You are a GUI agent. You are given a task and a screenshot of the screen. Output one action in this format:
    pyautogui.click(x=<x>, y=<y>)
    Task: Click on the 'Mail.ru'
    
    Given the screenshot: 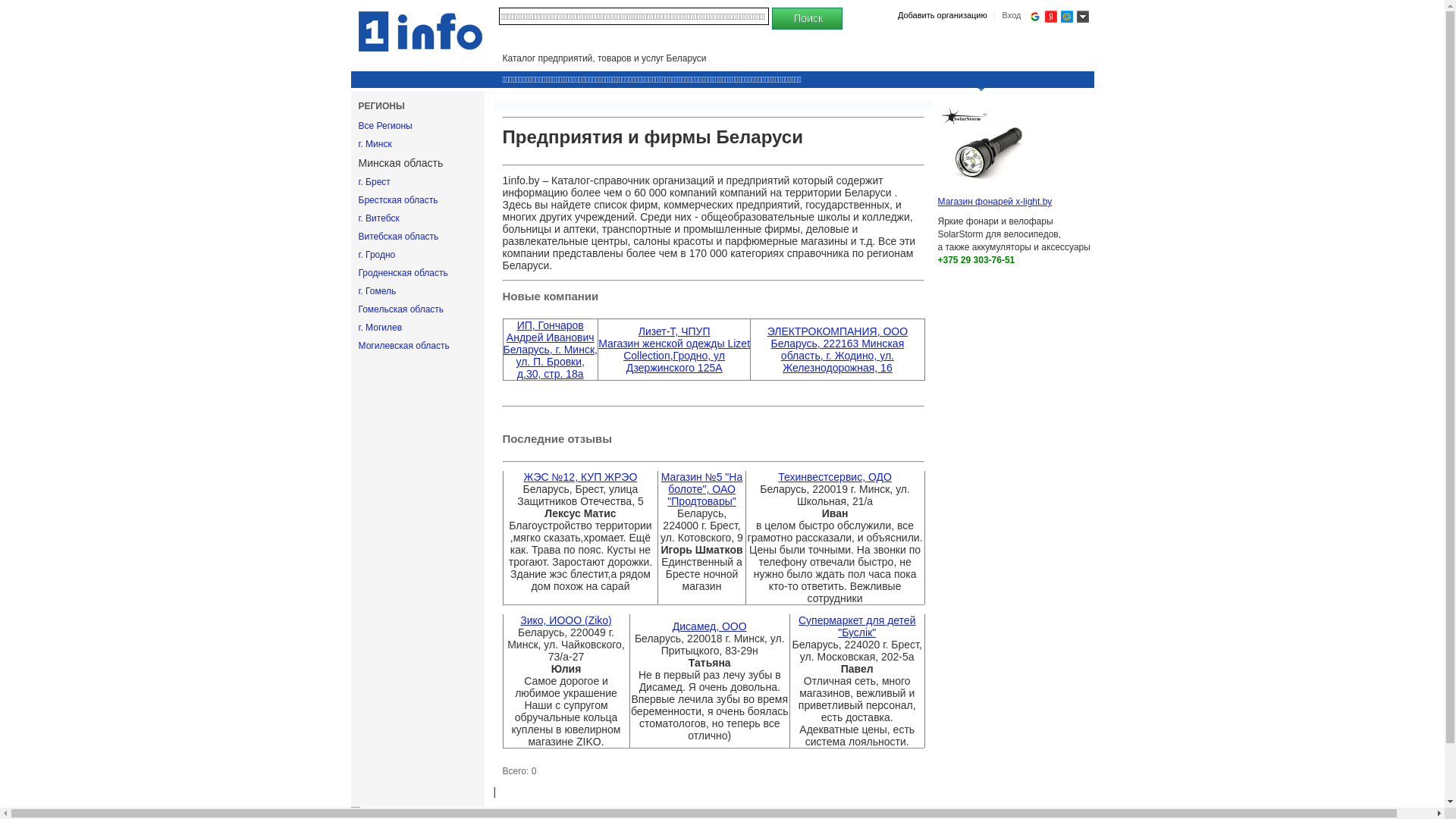 What is the action you would take?
    pyautogui.click(x=1065, y=17)
    